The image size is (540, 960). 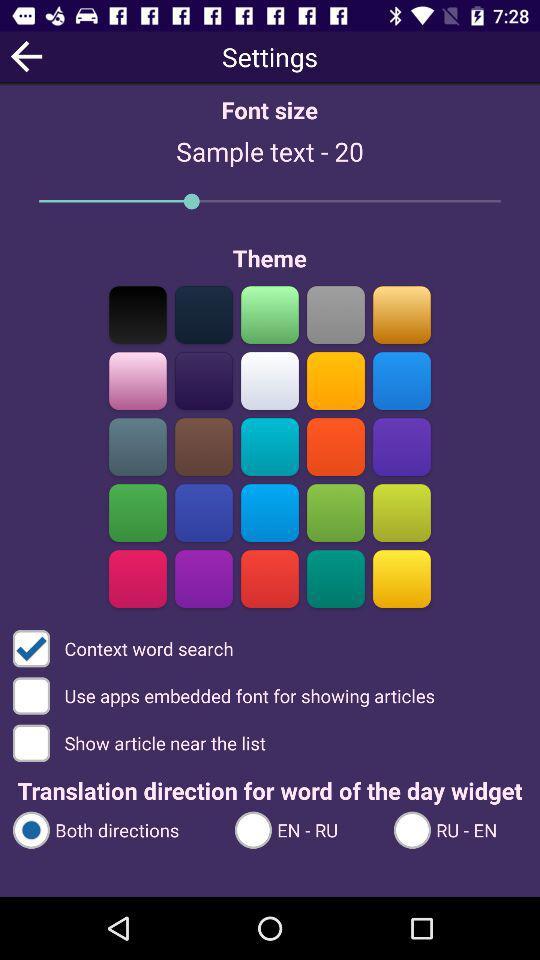 What do you see at coordinates (335, 512) in the screenshot?
I see `choose theme` at bounding box center [335, 512].